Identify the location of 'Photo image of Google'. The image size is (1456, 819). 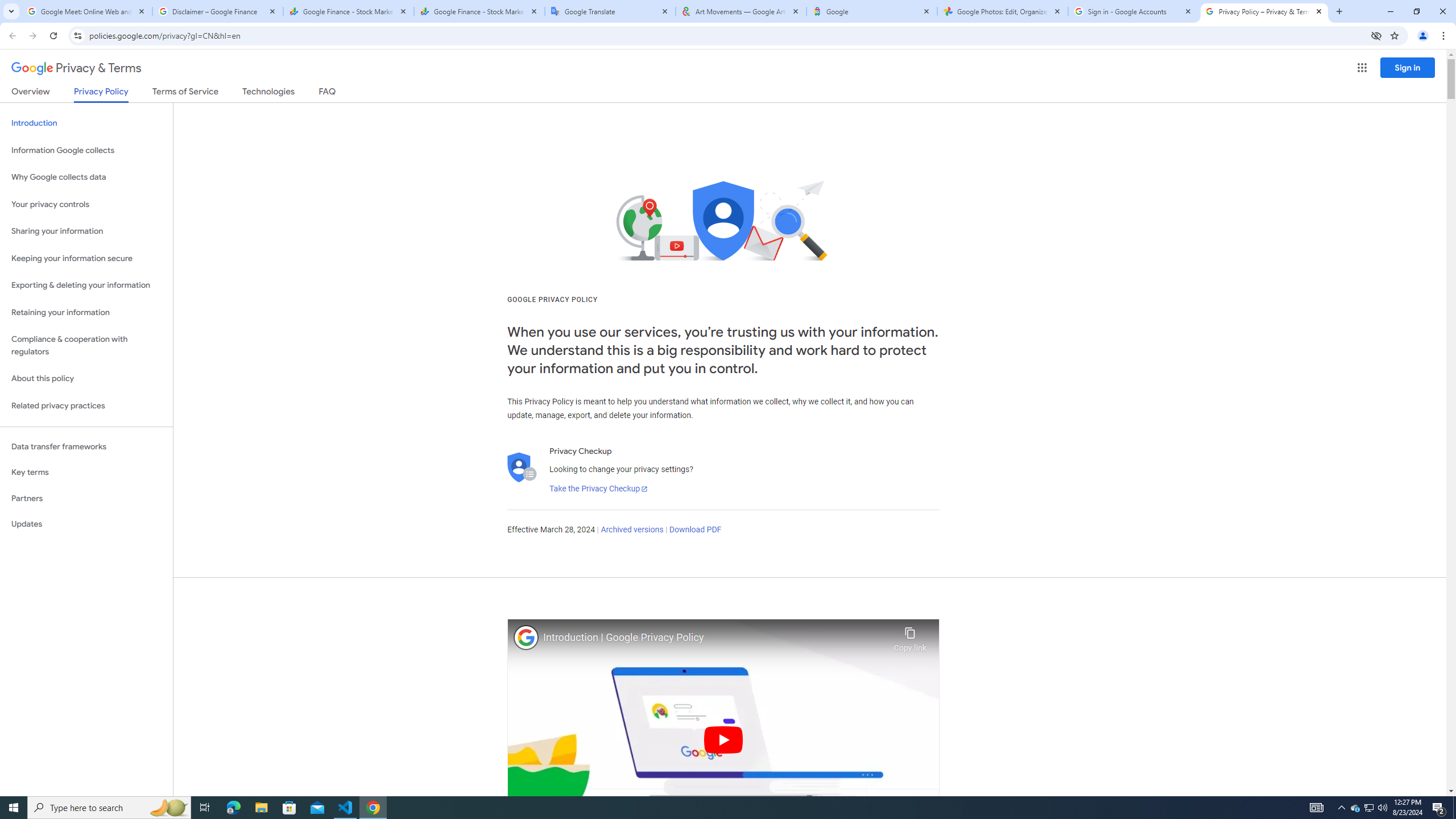
(526, 636).